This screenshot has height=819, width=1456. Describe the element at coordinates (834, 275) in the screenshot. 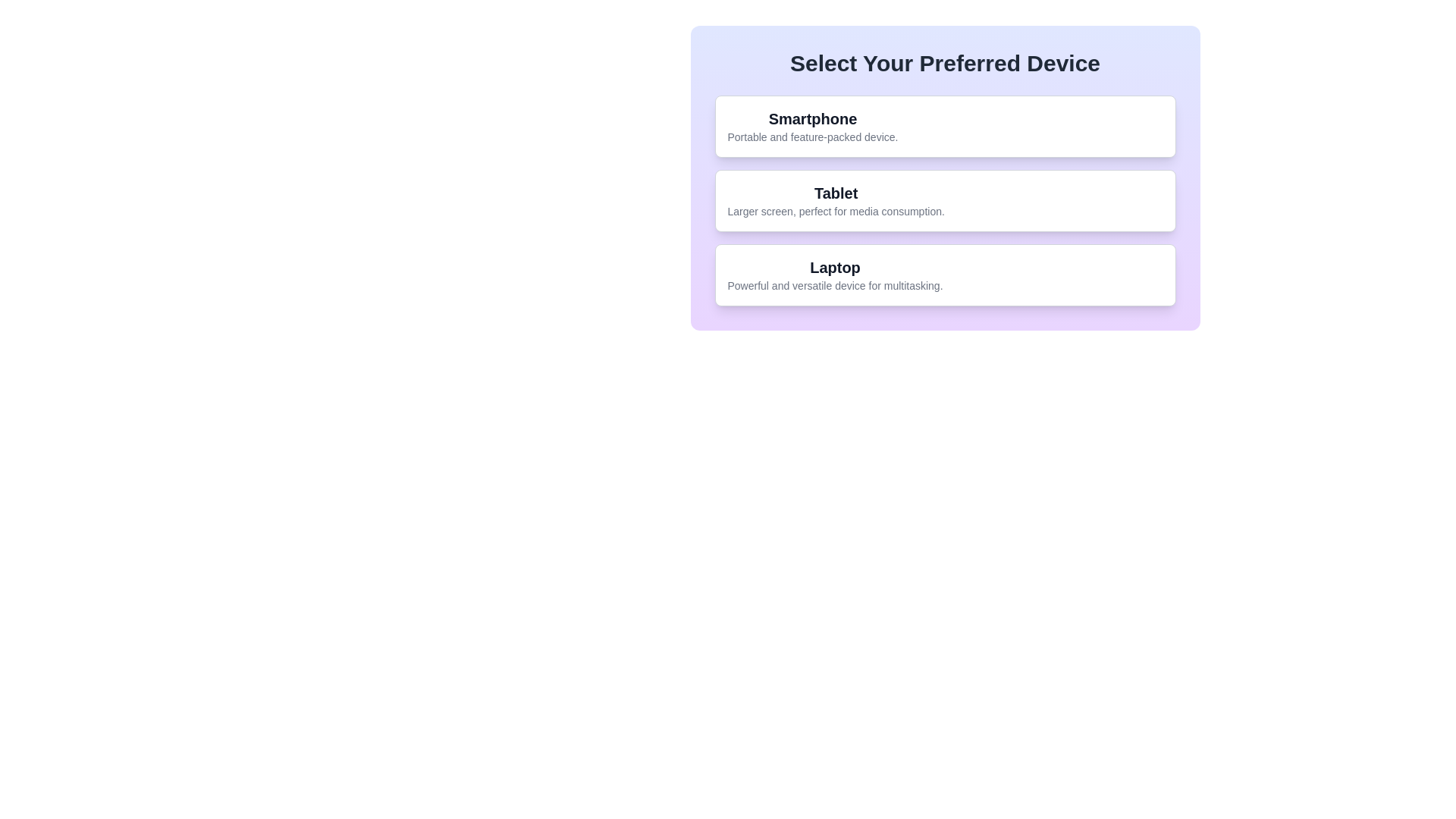

I see `descriptive text in the 'Laptop' device label, which is the last entry in the vertical list of options including 'Smartphone' and 'Tablet.'` at that location.